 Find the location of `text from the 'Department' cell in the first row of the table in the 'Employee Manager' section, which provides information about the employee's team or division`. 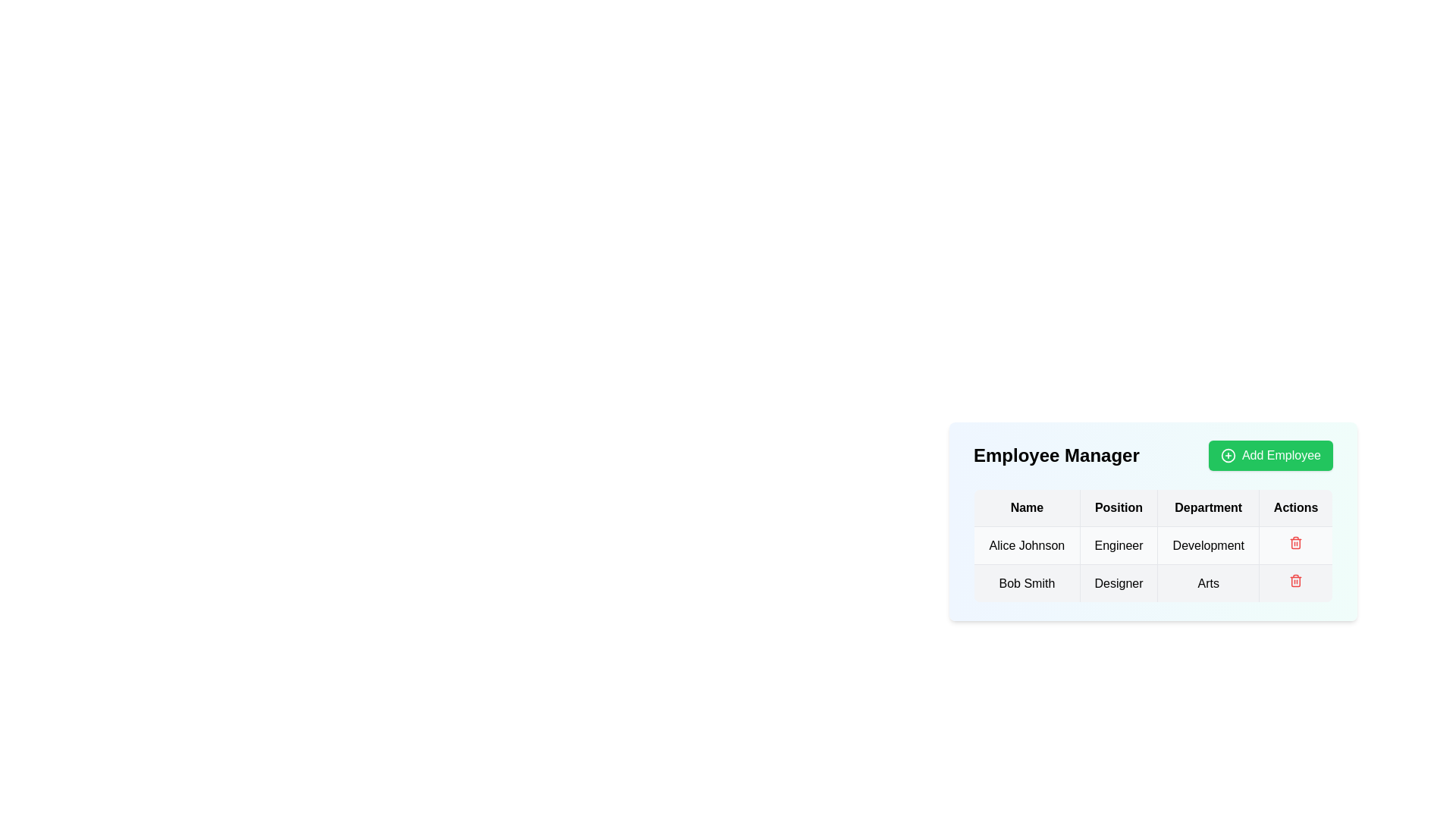

text from the 'Department' cell in the first row of the table in the 'Employee Manager' section, which provides information about the employee's team or division is located at coordinates (1207, 544).